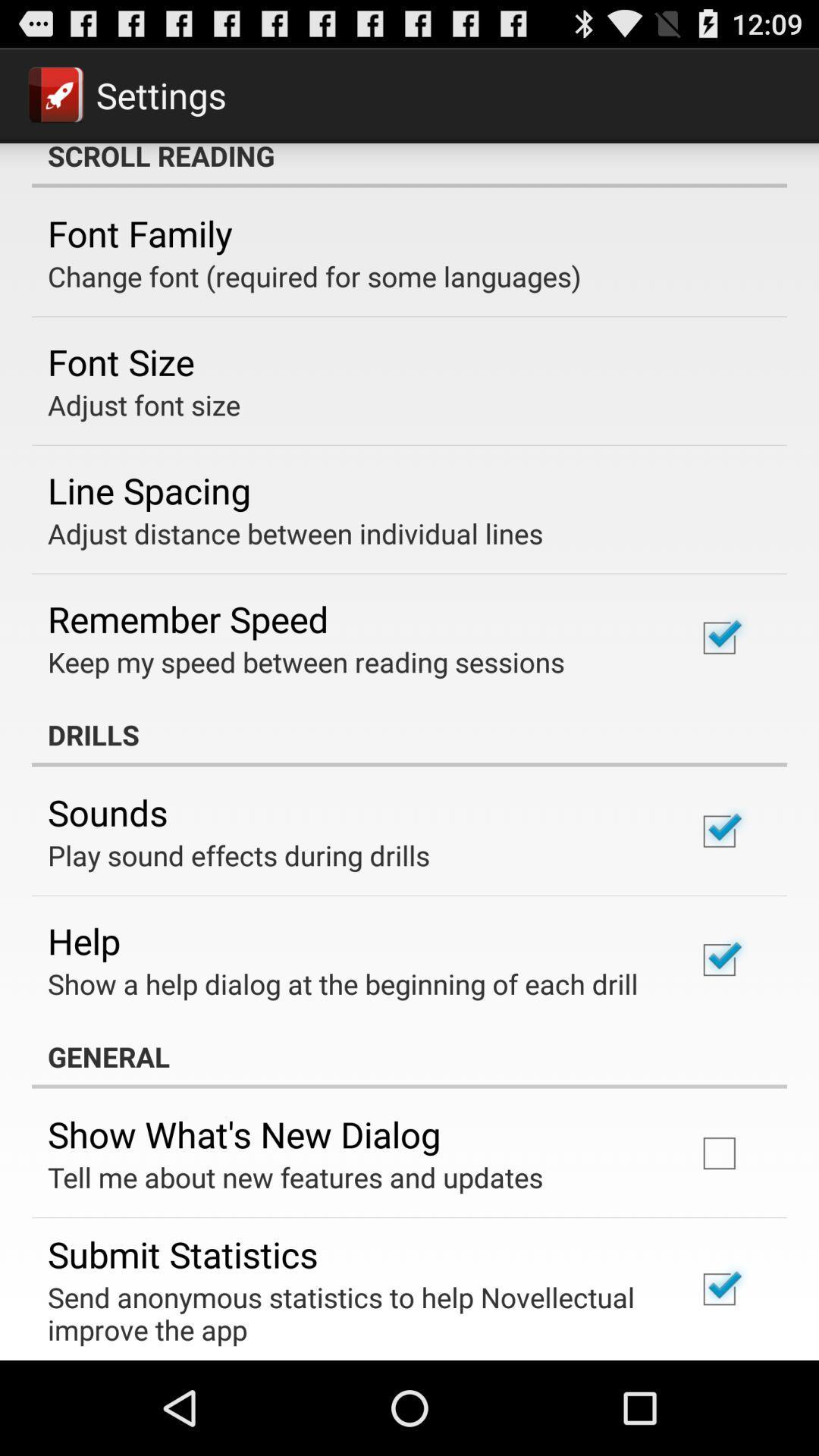  I want to click on the keep my speed icon, so click(306, 662).